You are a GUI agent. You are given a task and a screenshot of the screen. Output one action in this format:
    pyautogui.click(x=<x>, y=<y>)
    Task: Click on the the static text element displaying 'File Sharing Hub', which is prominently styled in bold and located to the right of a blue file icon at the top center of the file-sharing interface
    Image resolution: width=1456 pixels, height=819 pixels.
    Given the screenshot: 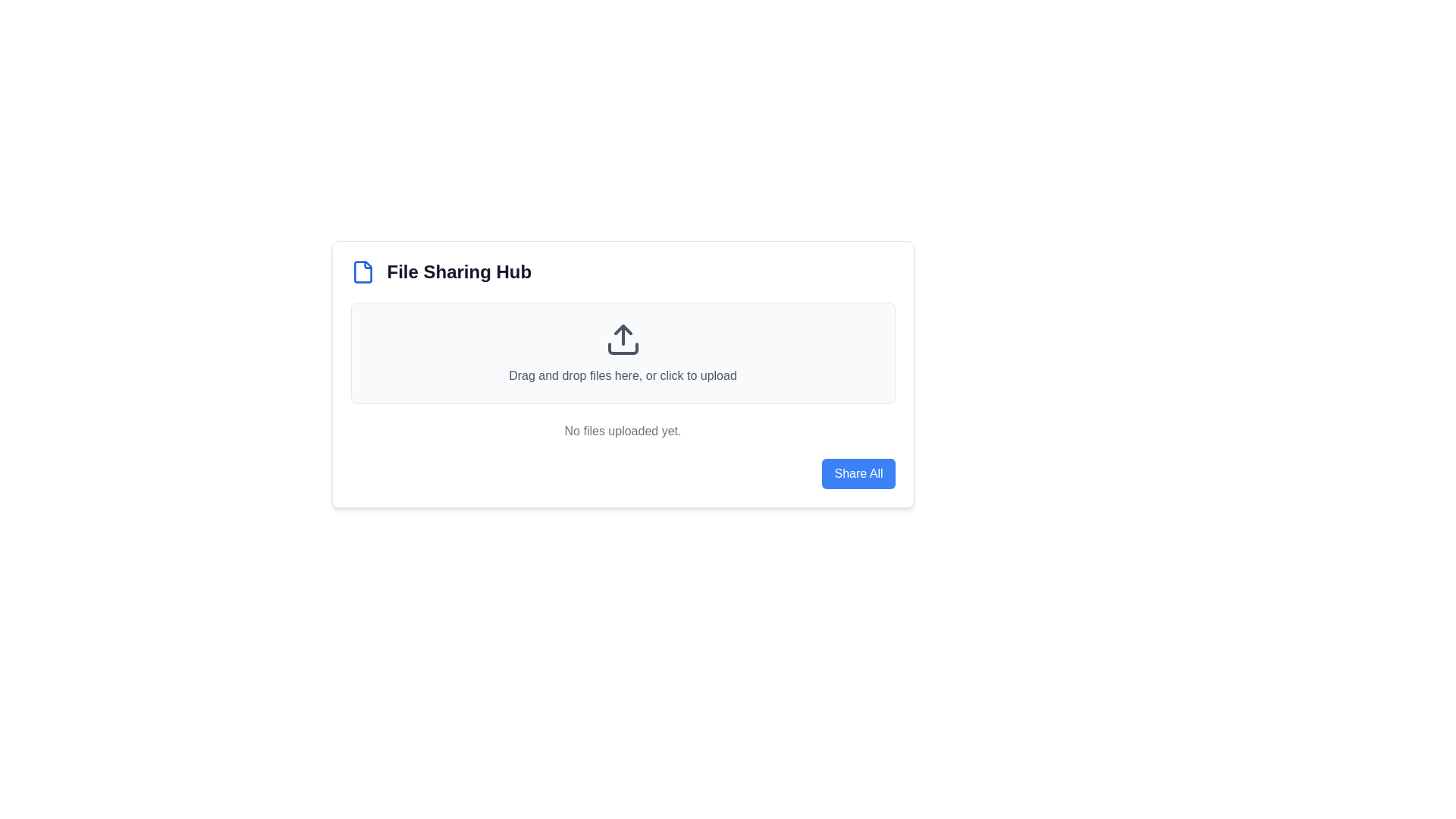 What is the action you would take?
    pyautogui.click(x=458, y=271)
    